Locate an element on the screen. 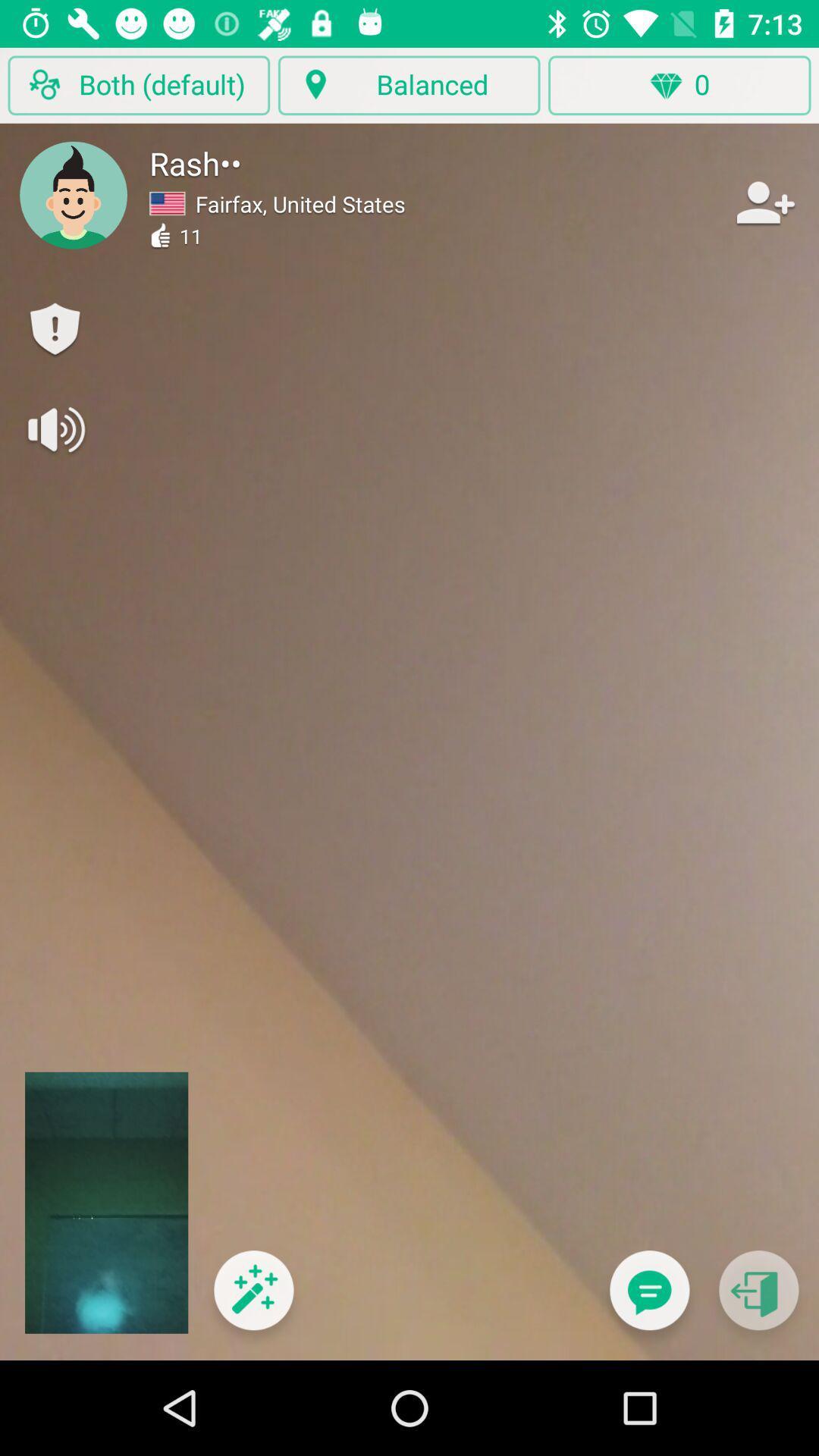 This screenshot has width=819, height=1456. open user profile is located at coordinates (74, 194).